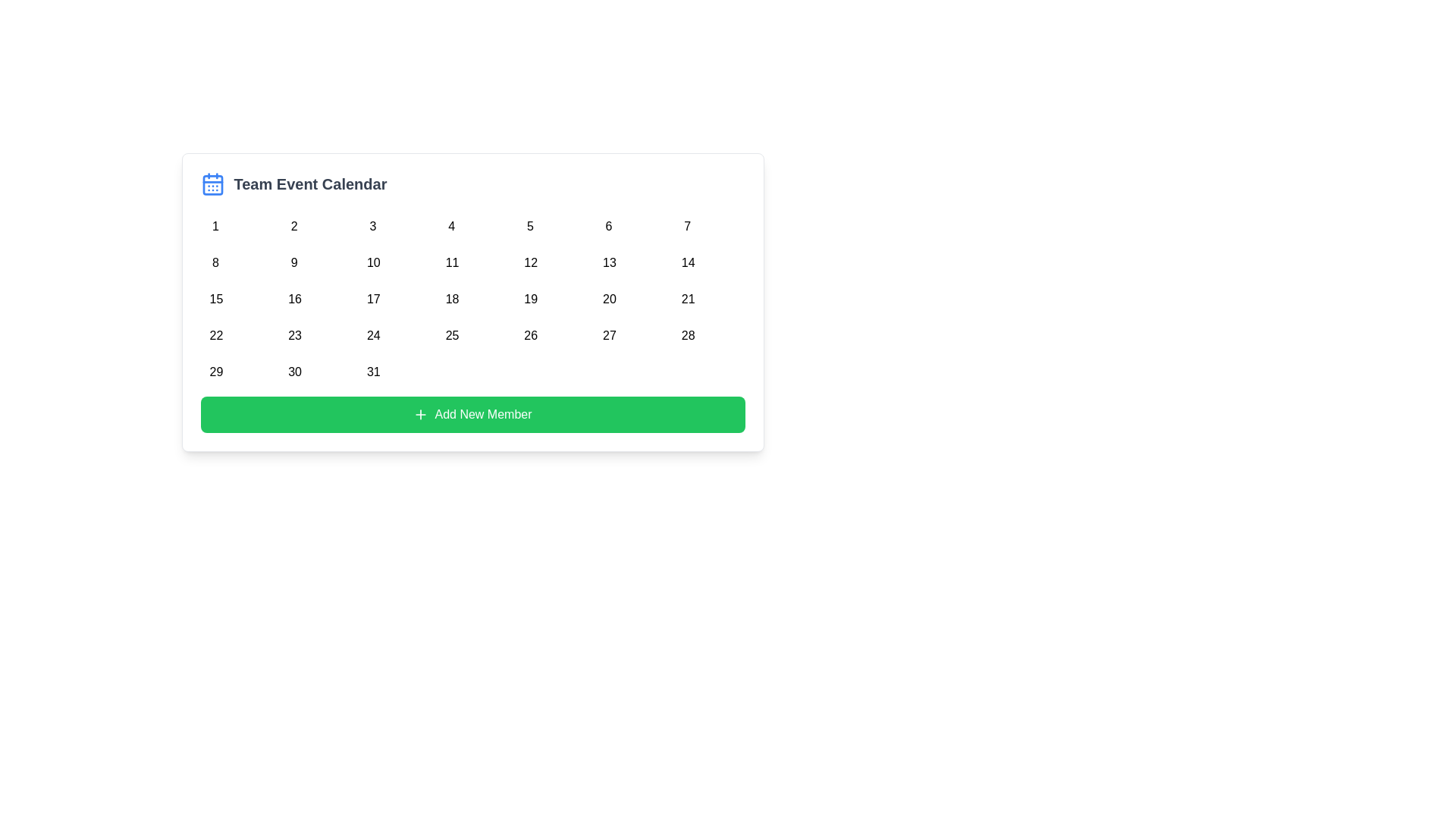  Describe the element at coordinates (450, 223) in the screenshot. I see `the selectable day '4' button in the Team Event Calendar` at that location.